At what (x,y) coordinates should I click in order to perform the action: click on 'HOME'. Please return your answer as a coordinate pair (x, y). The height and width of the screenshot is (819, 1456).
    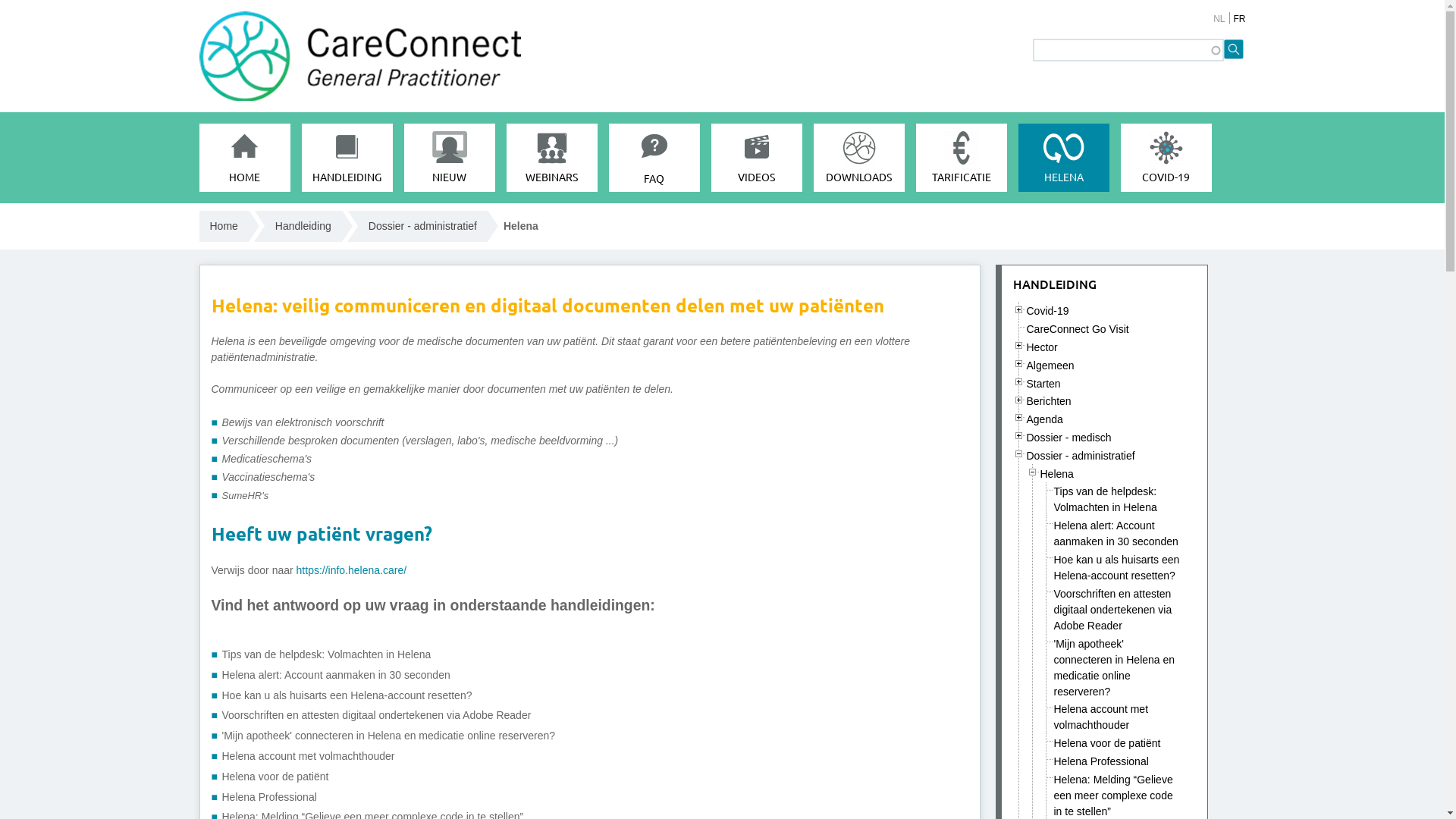
    Looking at the image, I should click on (198, 158).